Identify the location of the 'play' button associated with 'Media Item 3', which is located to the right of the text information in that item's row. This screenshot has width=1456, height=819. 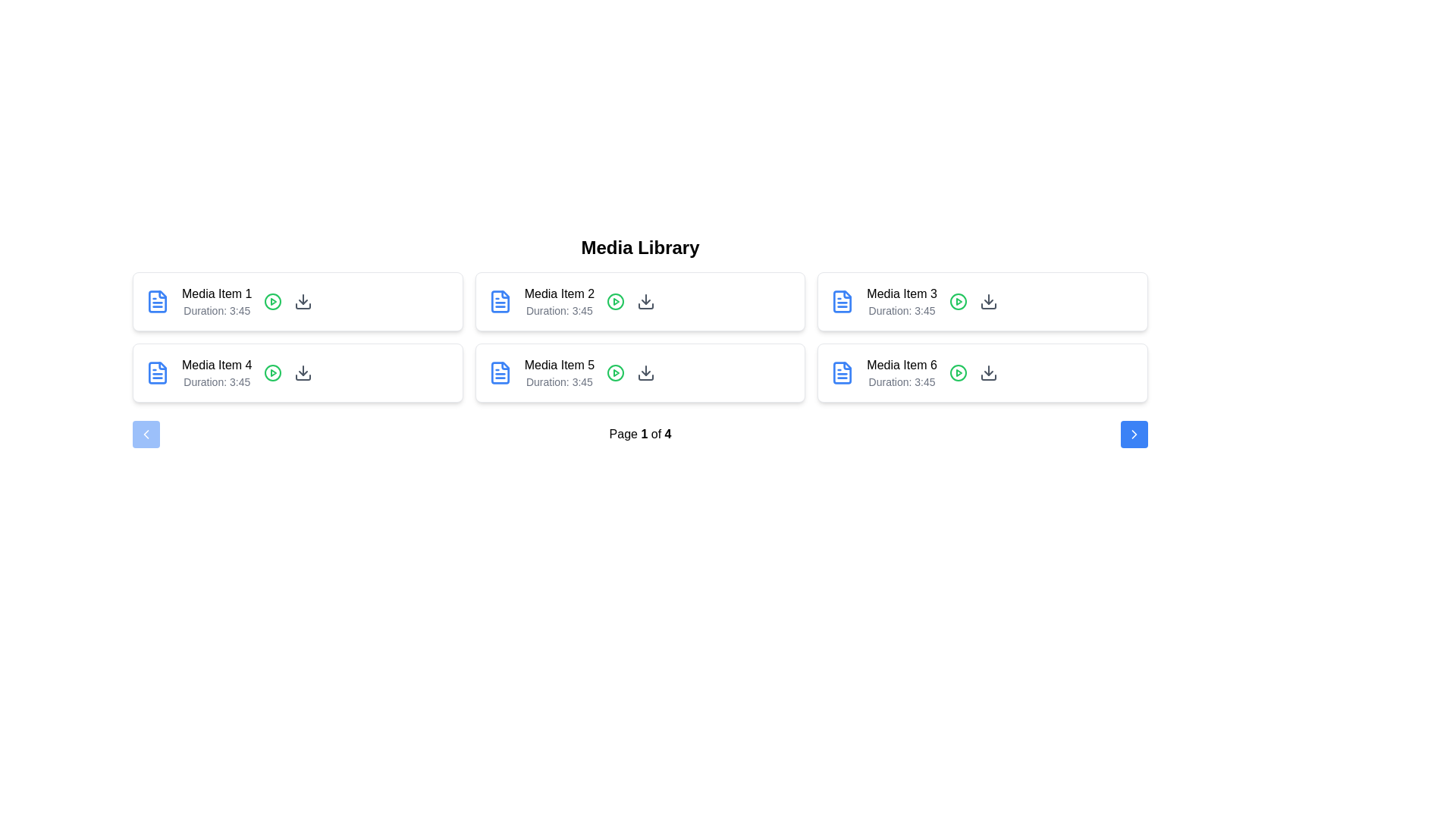
(957, 301).